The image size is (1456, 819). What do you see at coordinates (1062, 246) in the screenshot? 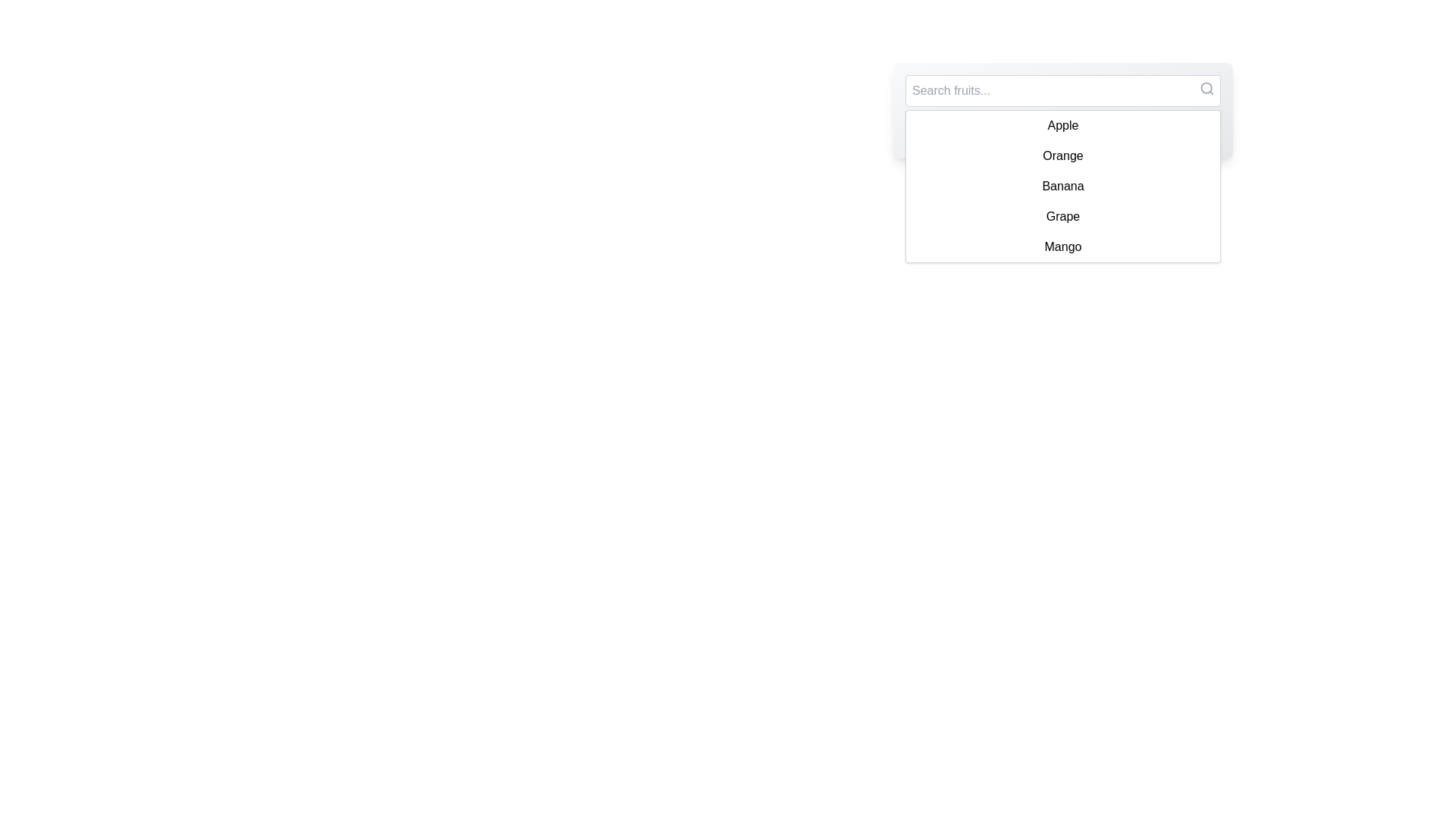
I see `the dropdown menu item labeled 'Mango'` at bounding box center [1062, 246].